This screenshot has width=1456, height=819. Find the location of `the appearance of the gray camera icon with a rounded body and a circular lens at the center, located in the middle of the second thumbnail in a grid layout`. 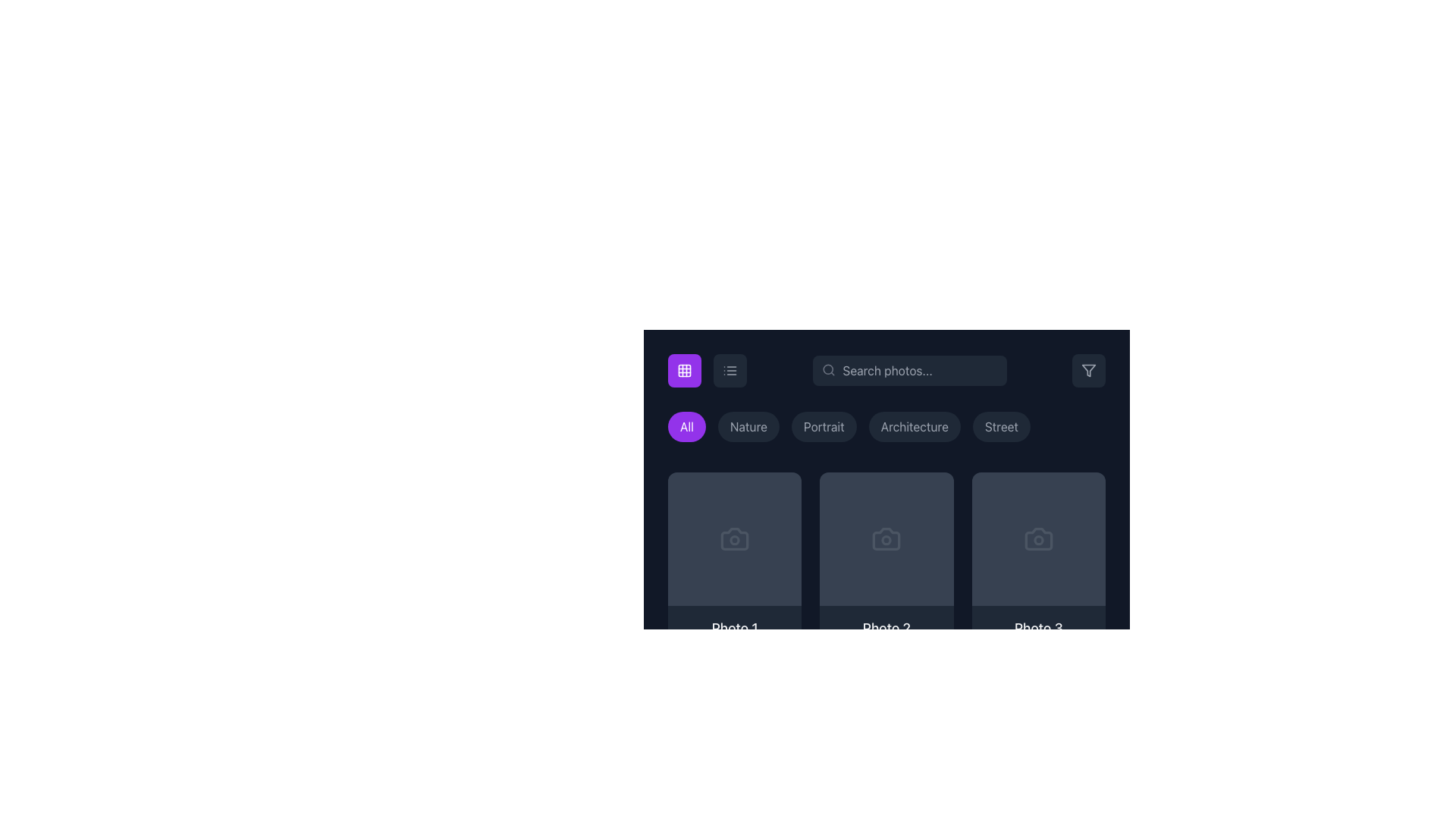

the appearance of the gray camera icon with a rounded body and a circular lens at the center, located in the middle of the second thumbnail in a grid layout is located at coordinates (886, 538).